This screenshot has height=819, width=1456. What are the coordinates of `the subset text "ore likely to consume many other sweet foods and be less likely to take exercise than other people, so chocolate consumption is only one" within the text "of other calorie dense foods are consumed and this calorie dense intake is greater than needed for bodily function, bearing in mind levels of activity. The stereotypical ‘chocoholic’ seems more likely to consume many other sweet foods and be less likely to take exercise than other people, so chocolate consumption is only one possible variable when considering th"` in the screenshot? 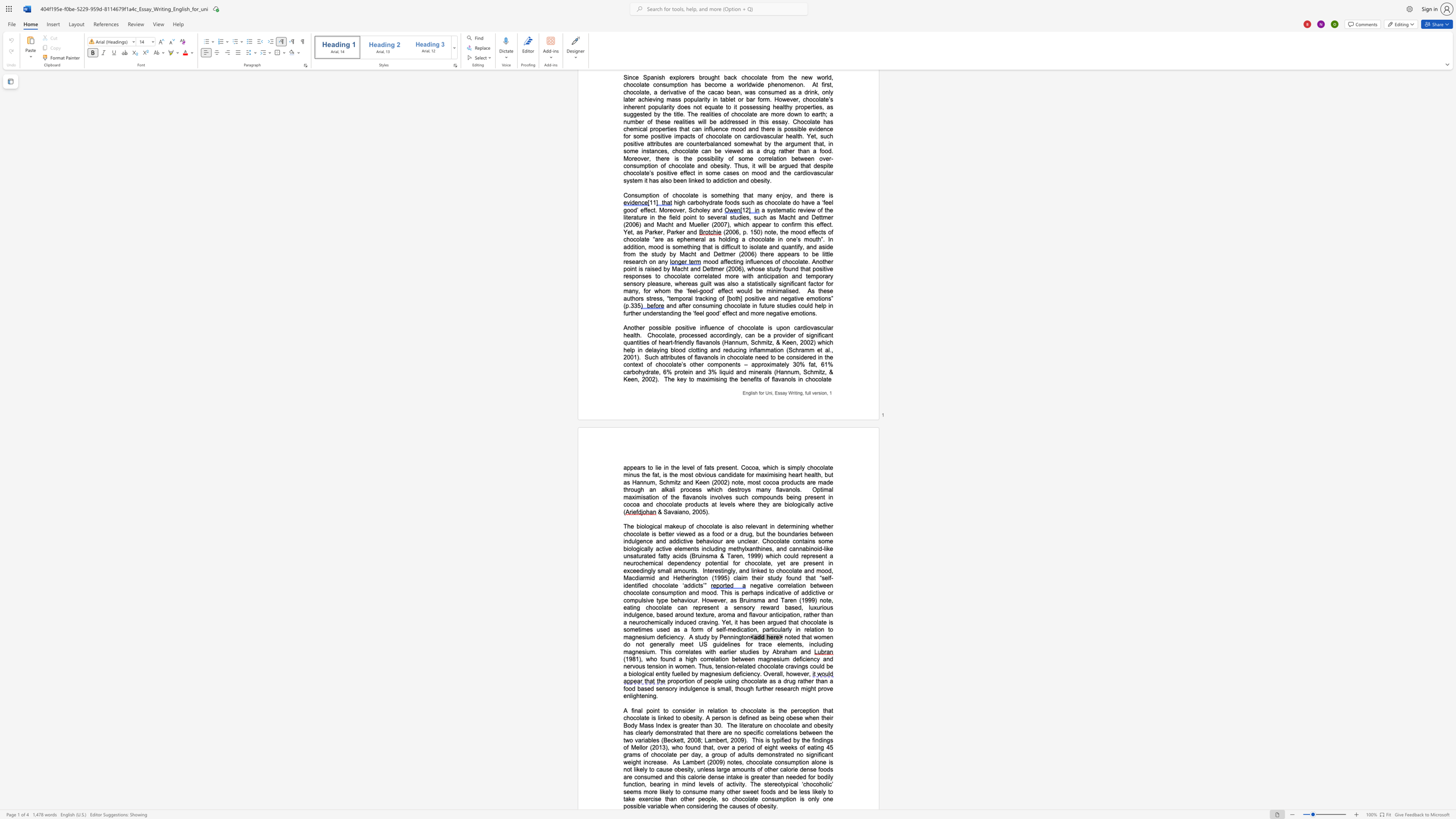 It's located at (648, 791).